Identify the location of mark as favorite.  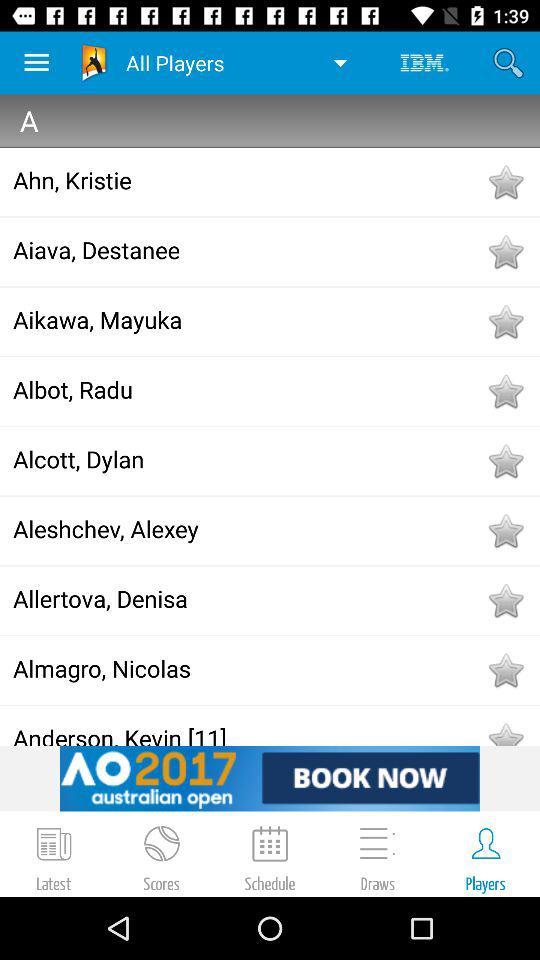
(504, 321).